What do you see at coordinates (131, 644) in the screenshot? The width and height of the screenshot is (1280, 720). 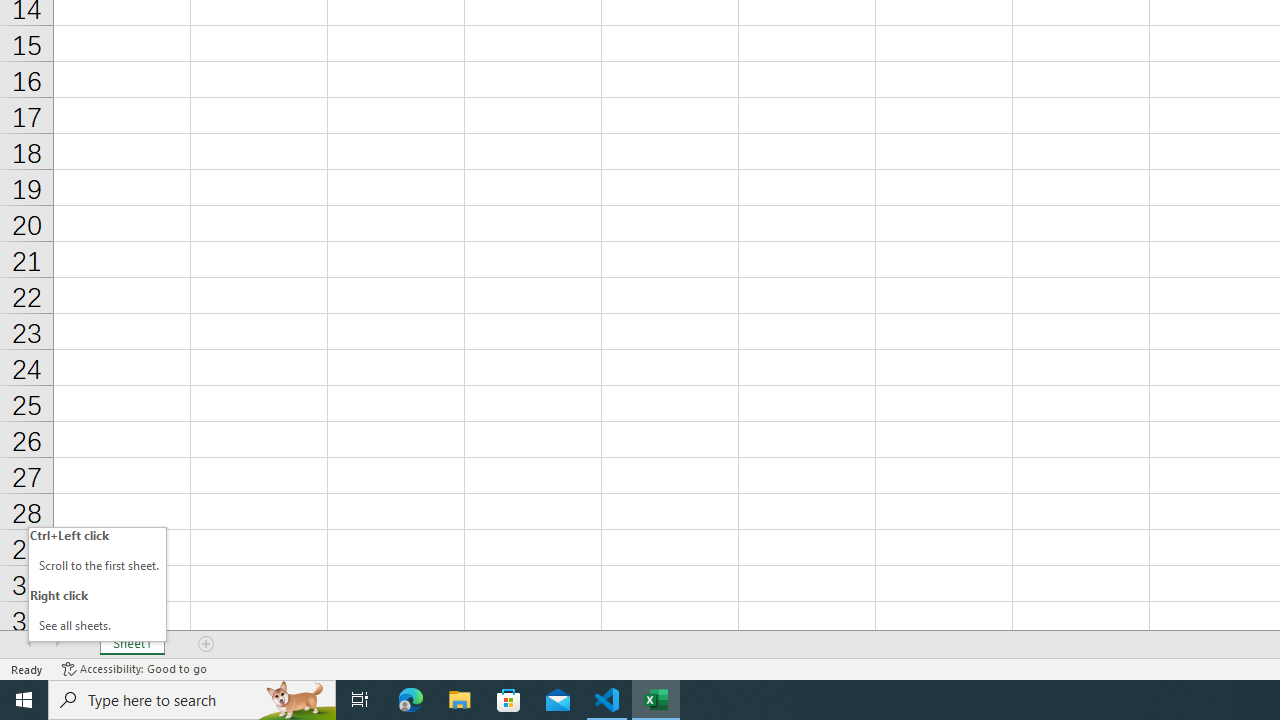 I see `'Sheet1'` at bounding box center [131, 644].